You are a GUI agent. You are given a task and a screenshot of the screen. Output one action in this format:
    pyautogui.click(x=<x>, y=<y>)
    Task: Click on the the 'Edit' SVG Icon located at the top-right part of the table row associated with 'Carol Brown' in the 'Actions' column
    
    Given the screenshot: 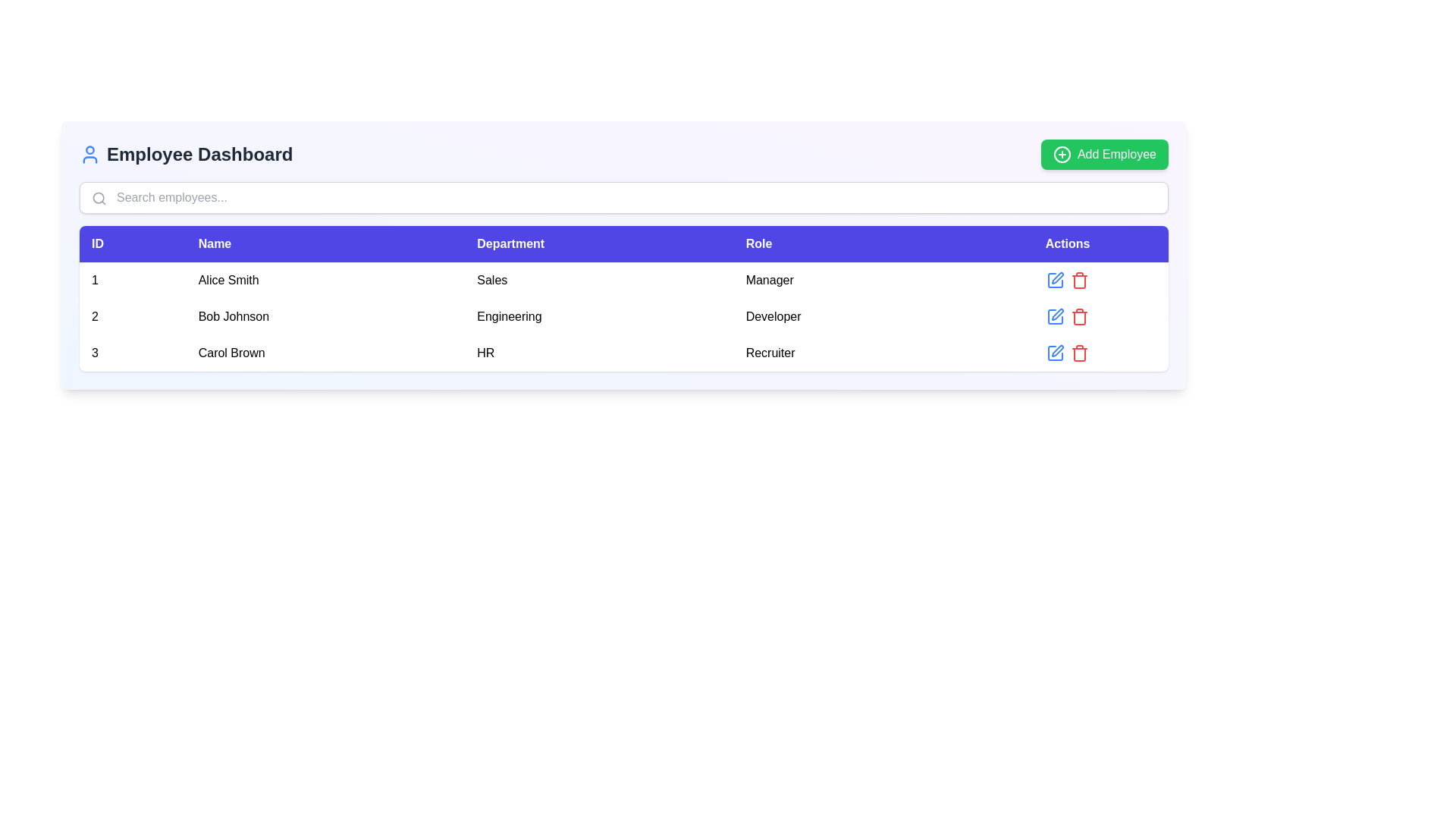 What is the action you would take?
    pyautogui.click(x=1057, y=350)
    